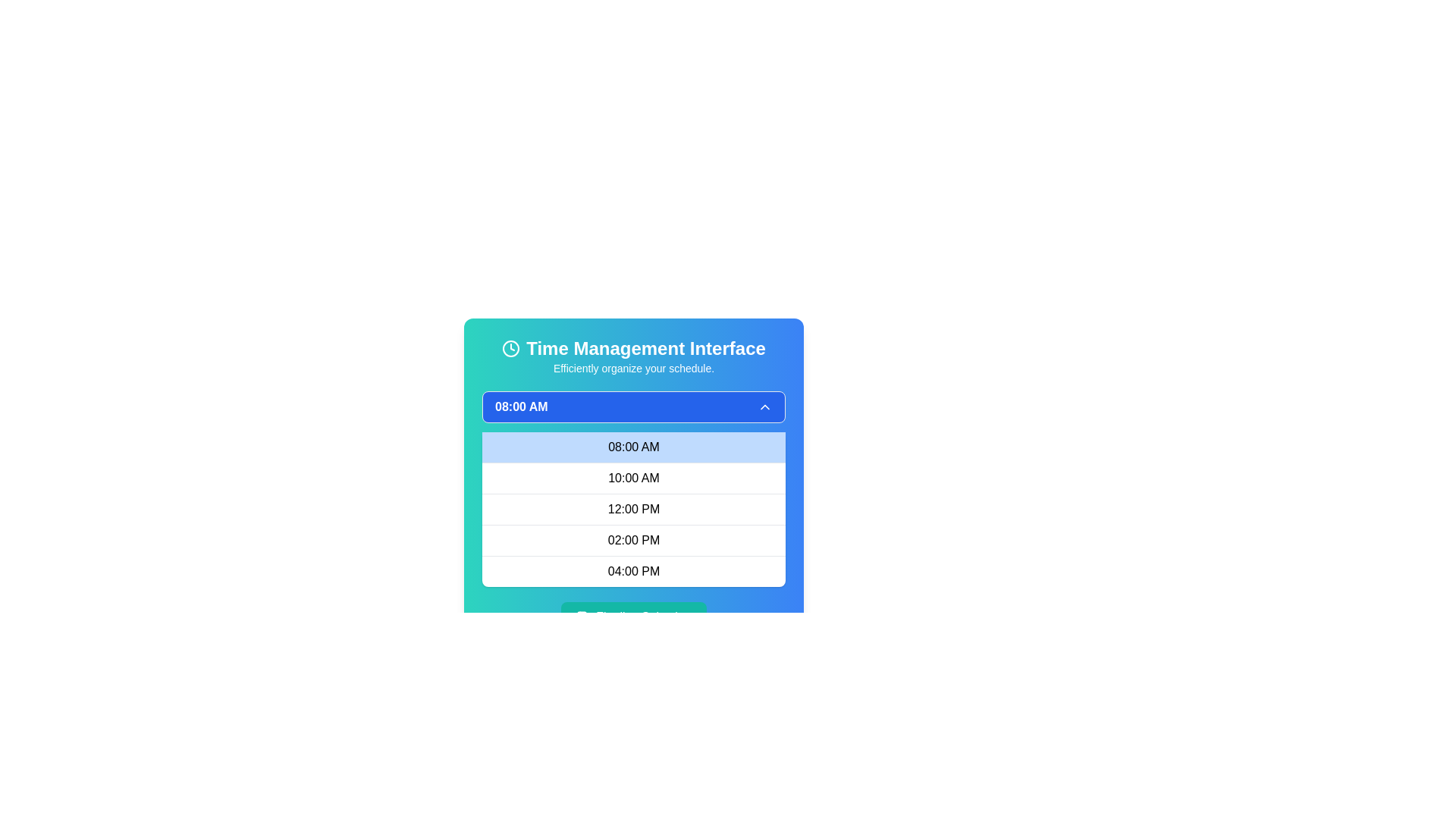 The width and height of the screenshot is (1456, 819). I want to click on the 'Finalize Selection' button, so click(582, 617).